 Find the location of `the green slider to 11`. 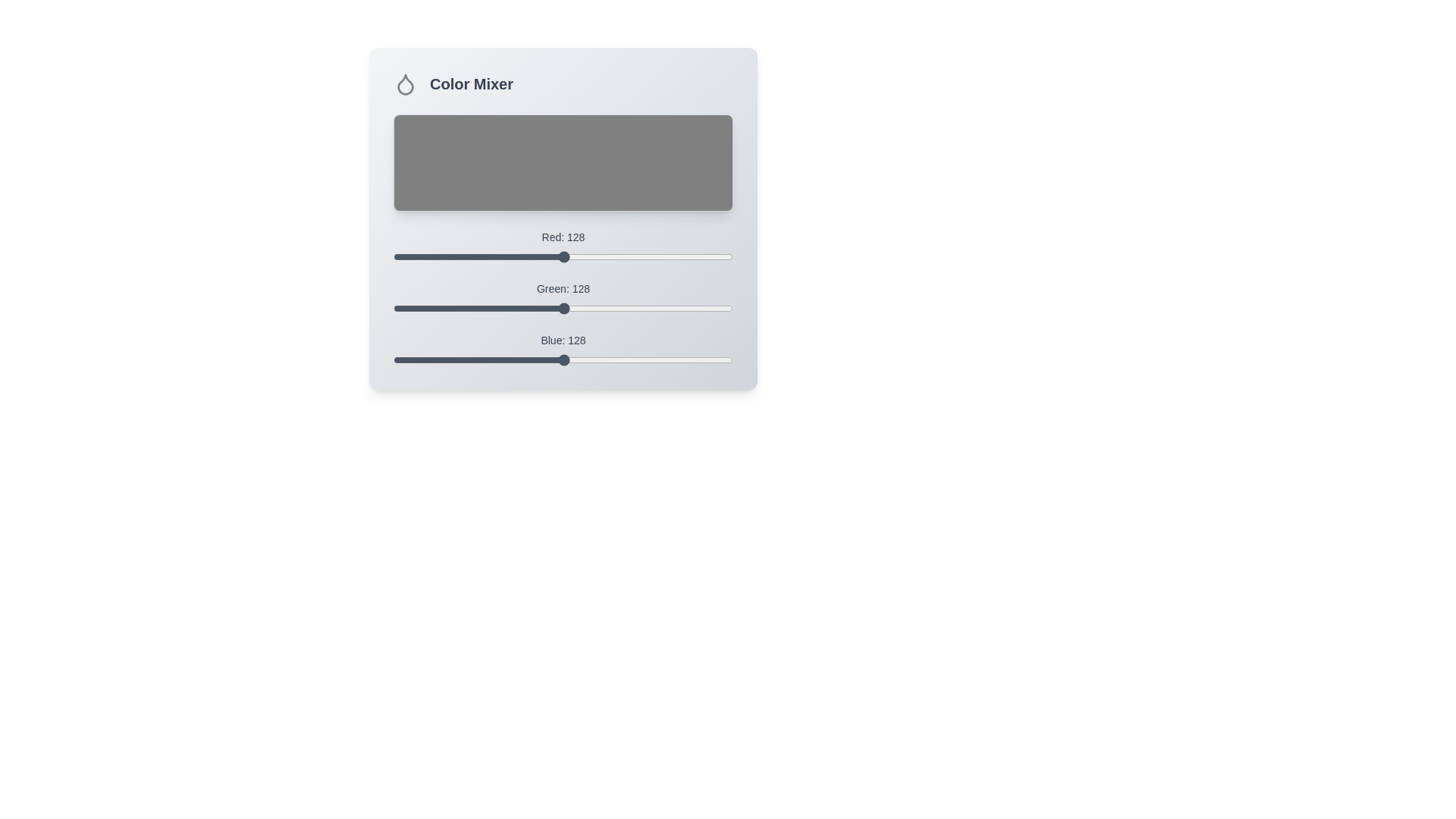

the green slider to 11 is located at coordinates (408, 308).